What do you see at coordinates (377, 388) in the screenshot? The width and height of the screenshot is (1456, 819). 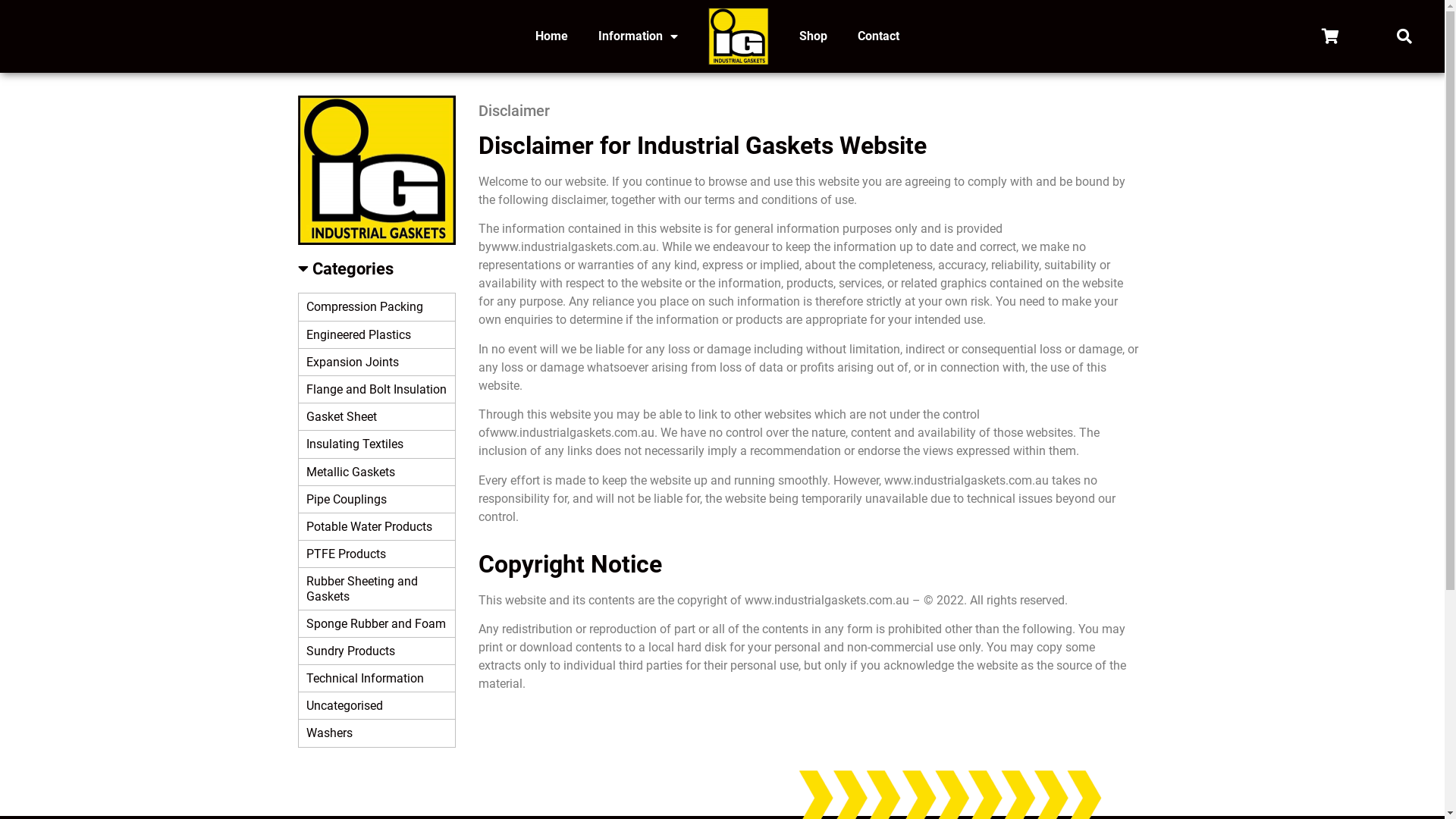 I see `'Flange and Bolt Insulation'` at bounding box center [377, 388].